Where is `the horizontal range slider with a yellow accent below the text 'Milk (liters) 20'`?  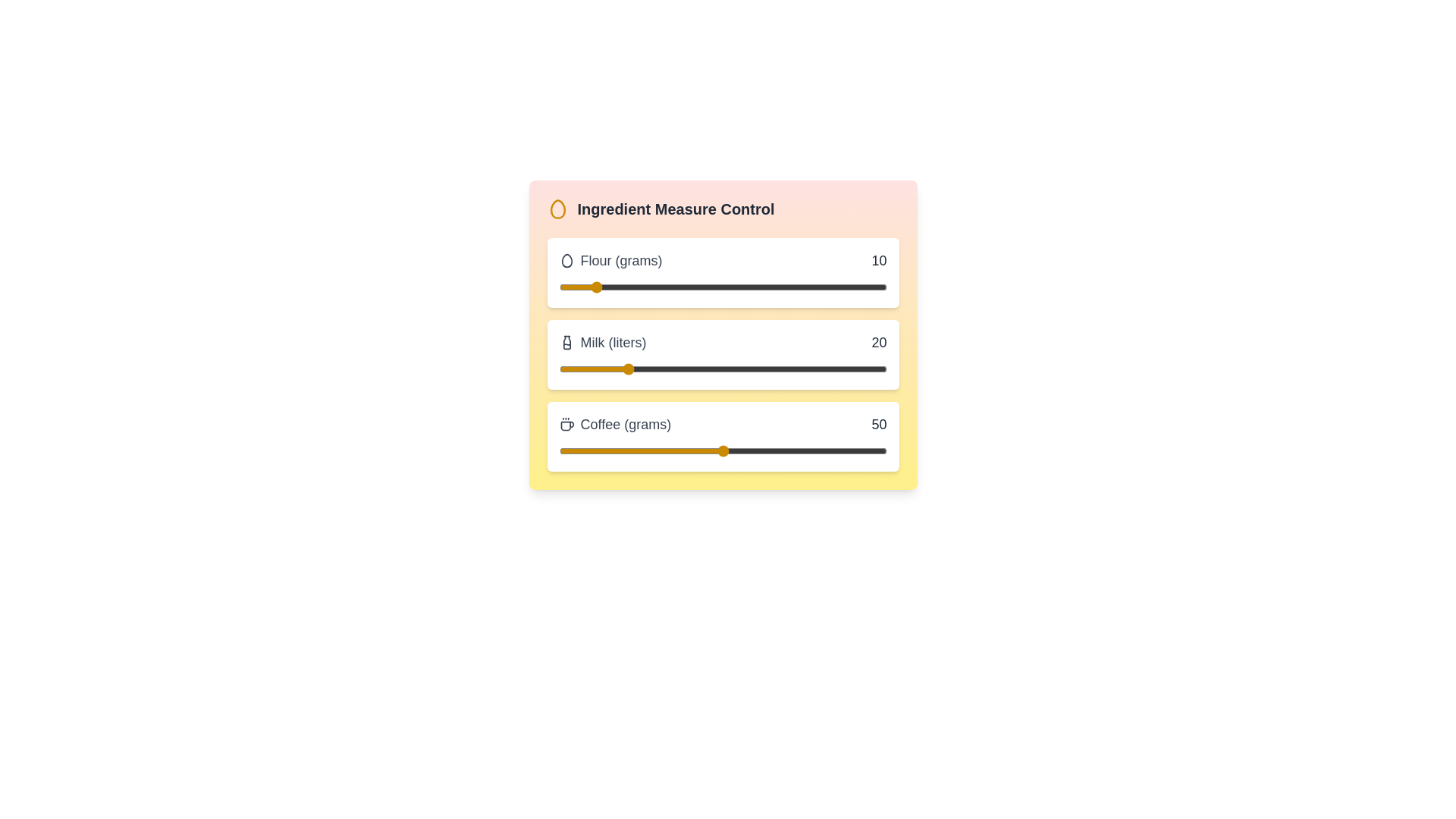 the horizontal range slider with a yellow accent below the text 'Milk (liters) 20' is located at coordinates (722, 369).